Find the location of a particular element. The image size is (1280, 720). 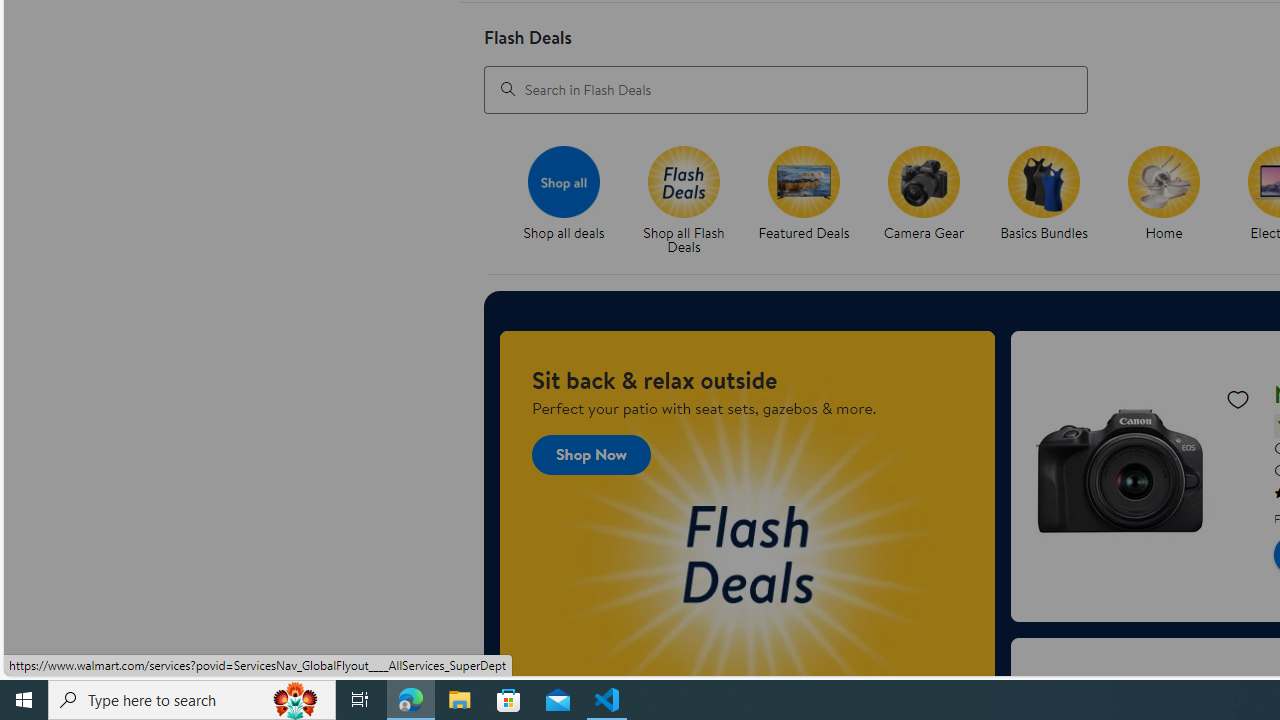

'Camera Gear' is located at coordinates (930, 201).